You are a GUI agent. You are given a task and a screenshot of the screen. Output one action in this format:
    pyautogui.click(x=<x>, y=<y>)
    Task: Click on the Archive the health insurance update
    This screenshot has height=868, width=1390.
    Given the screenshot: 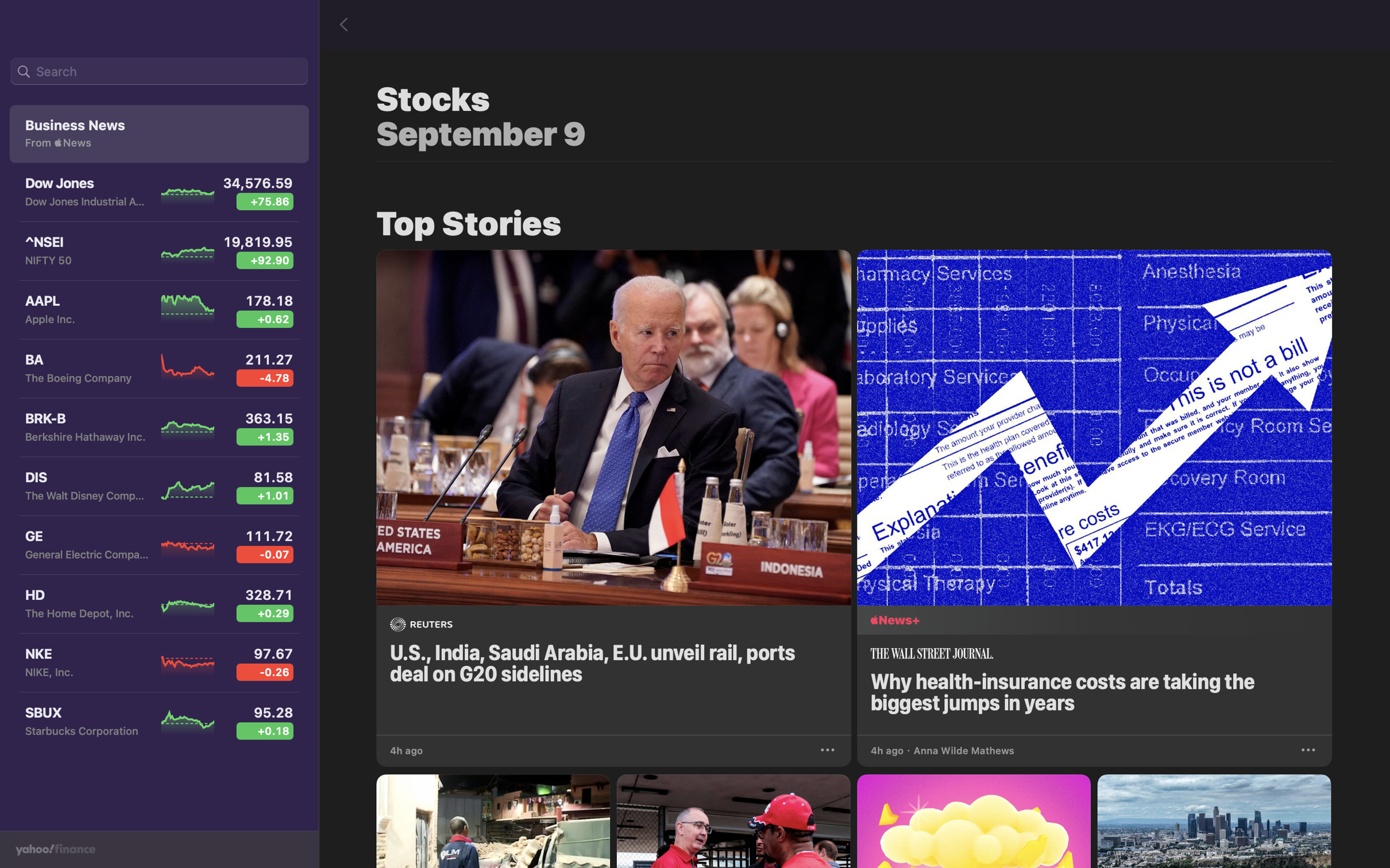 What is the action you would take?
    pyautogui.click(x=1307, y=749)
    